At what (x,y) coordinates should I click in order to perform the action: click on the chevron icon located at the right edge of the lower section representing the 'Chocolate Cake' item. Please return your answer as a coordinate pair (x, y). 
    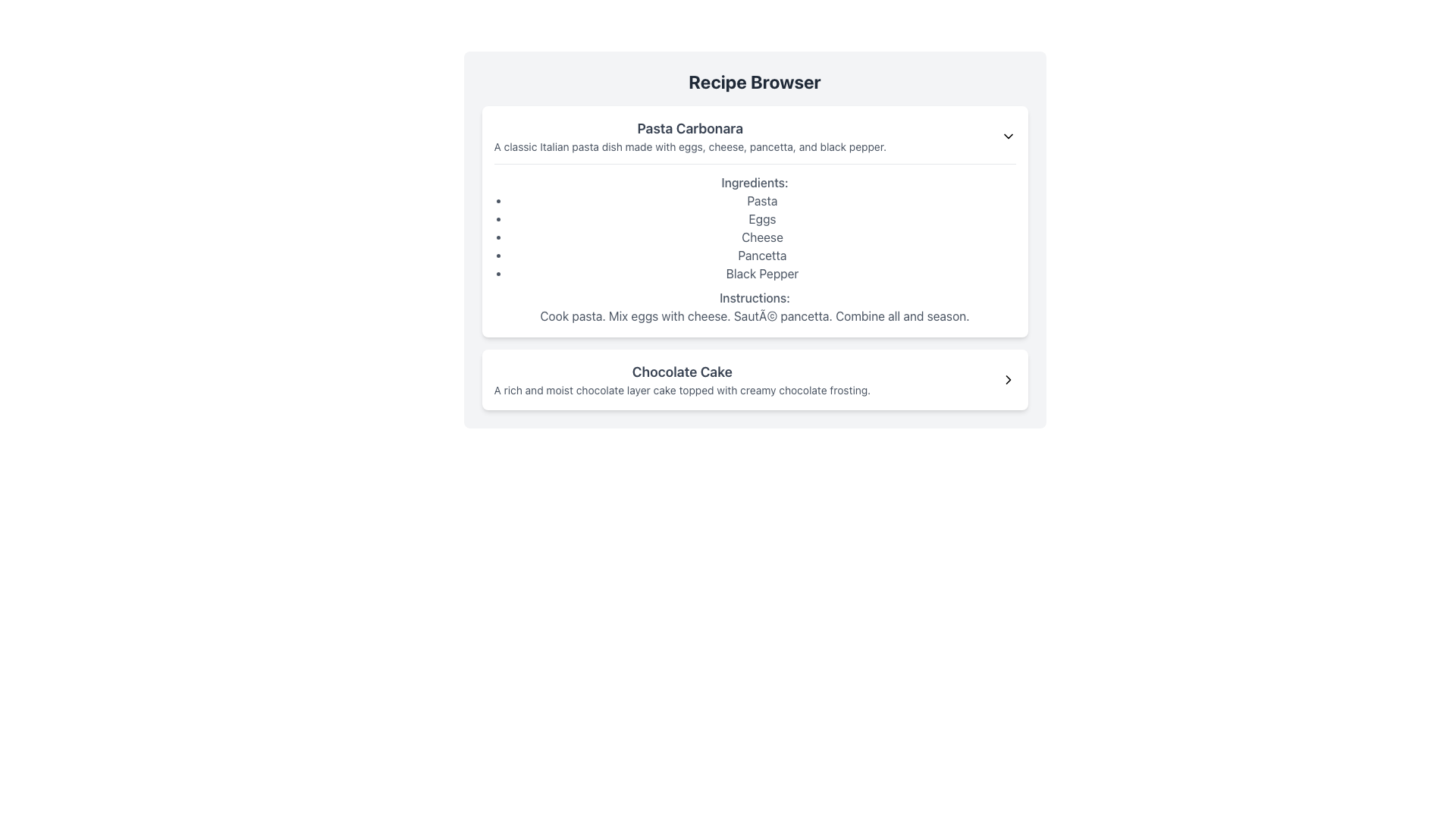
    Looking at the image, I should click on (1008, 379).